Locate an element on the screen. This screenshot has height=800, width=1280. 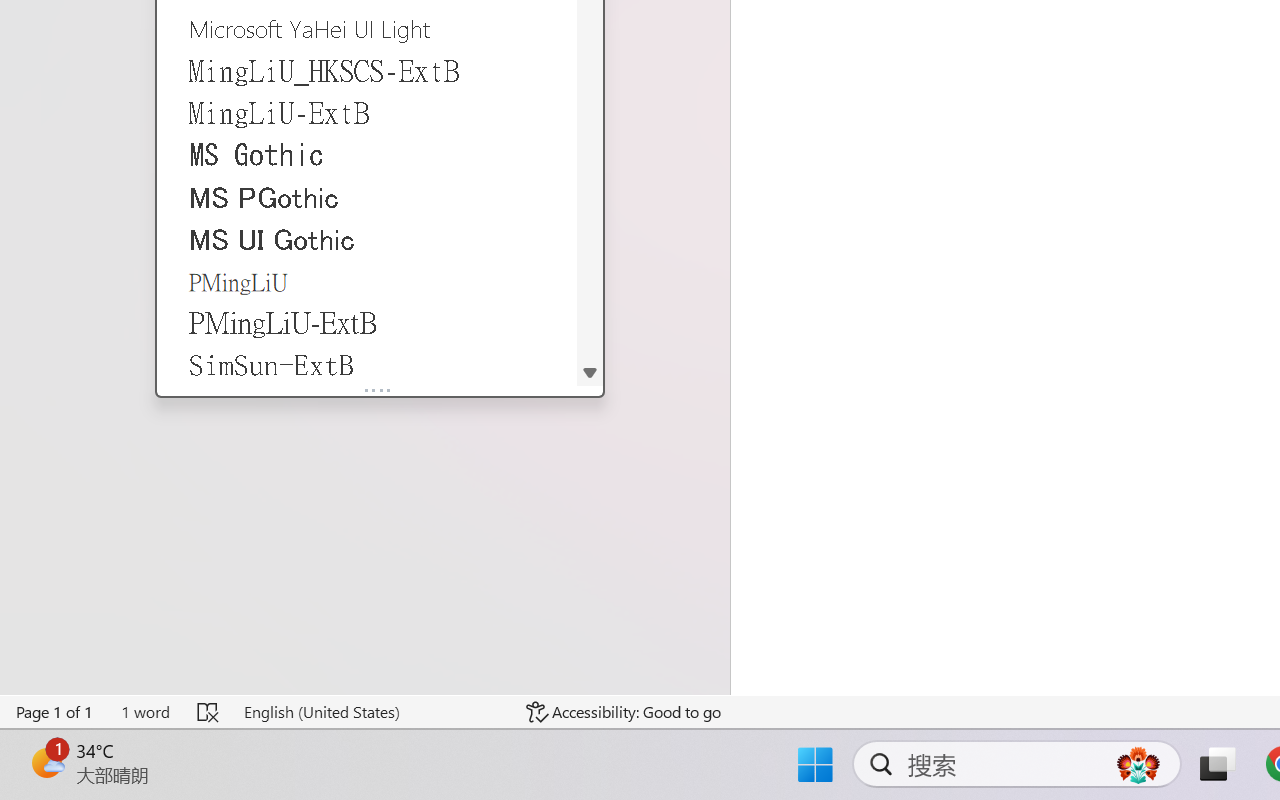
'Microsoft YaHei UI Light' is located at coordinates (367, 28).